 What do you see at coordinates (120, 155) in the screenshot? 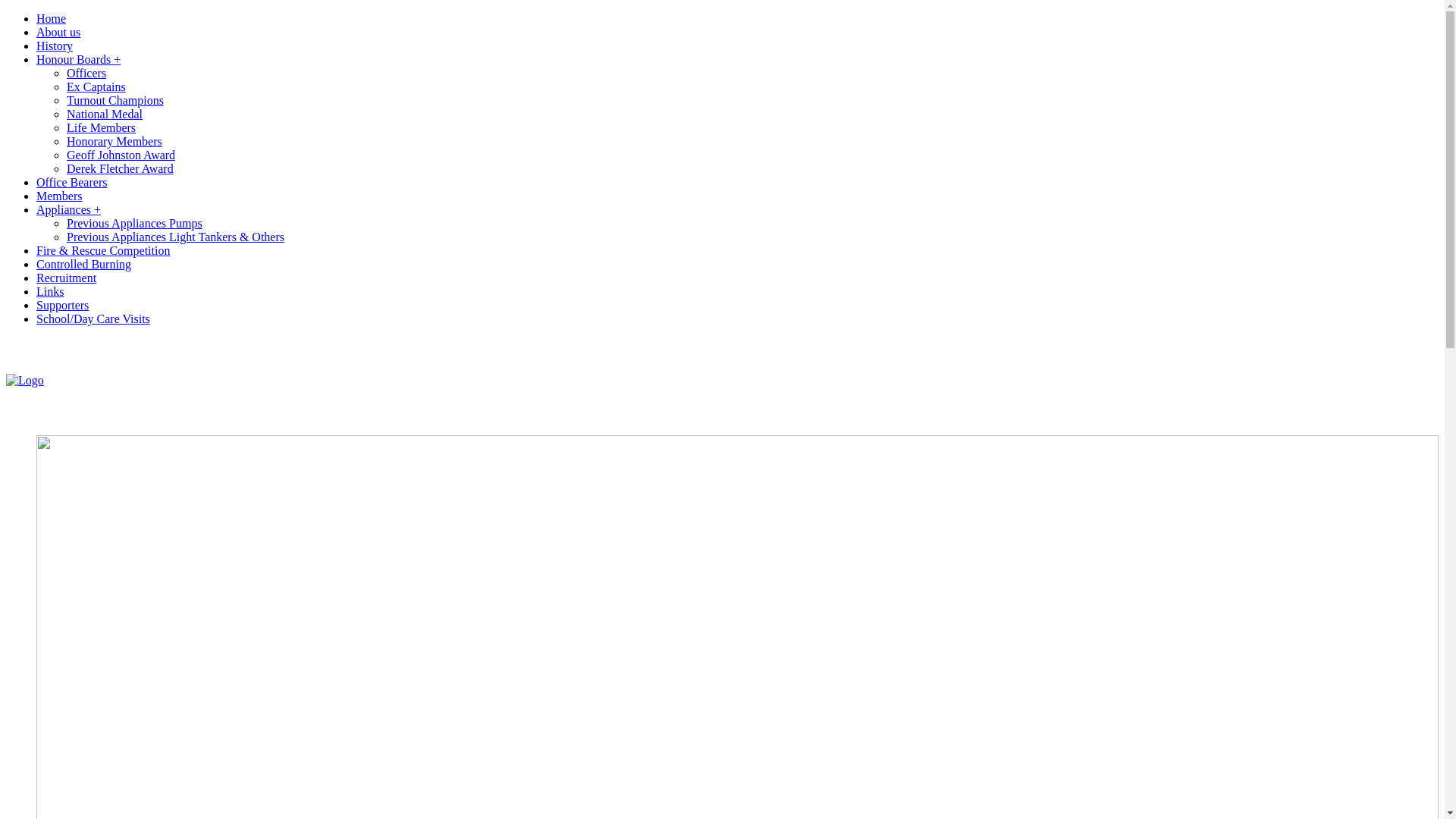
I see `'Geoff Johnston Award'` at bounding box center [120, 155].